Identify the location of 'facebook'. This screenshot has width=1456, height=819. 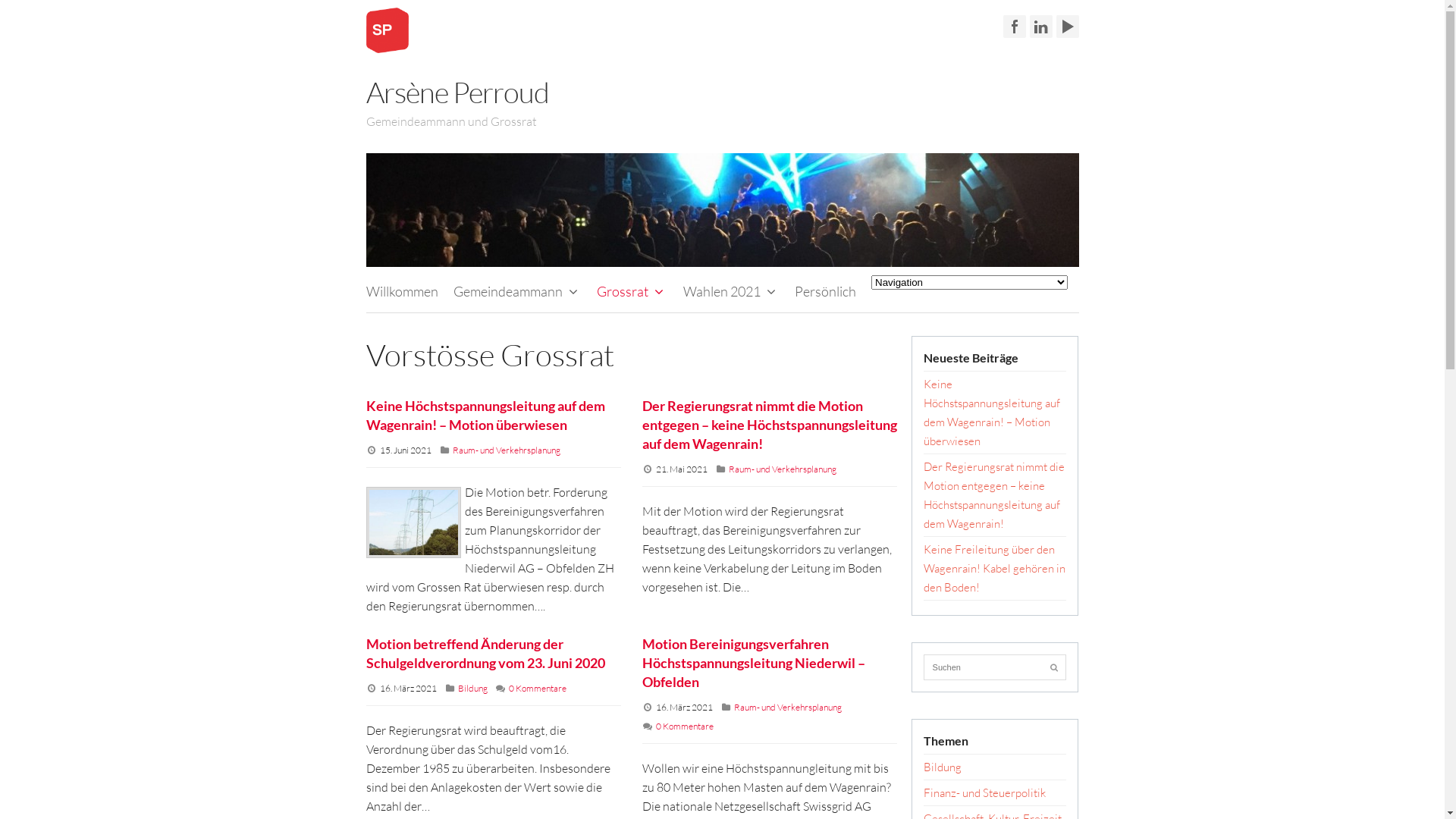
(1002, 26).